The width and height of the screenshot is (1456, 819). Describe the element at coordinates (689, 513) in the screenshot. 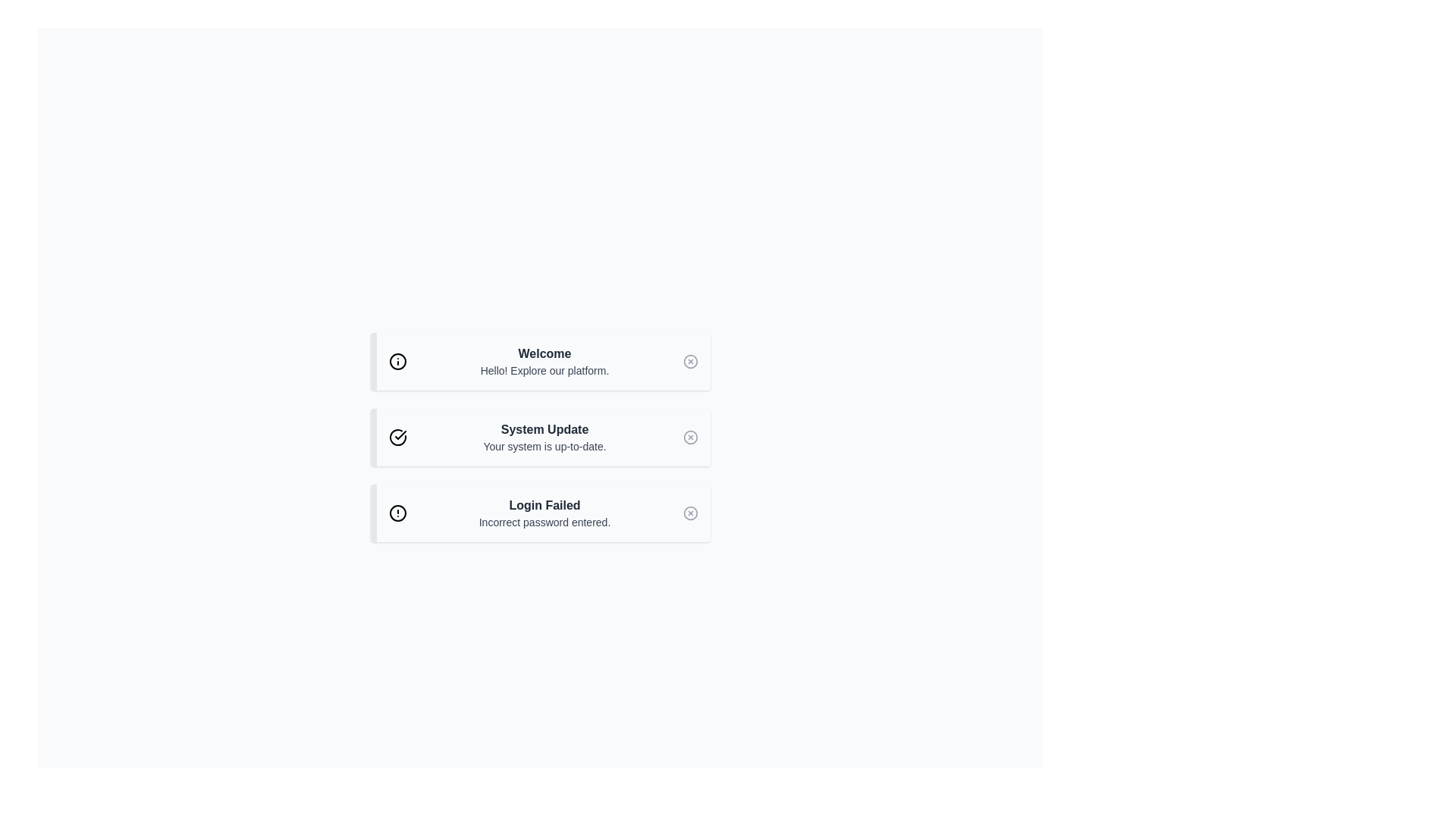

I see `the circular graphical icon element located in the bottom-right corner of the 'Login Failed' notification card` at that location.